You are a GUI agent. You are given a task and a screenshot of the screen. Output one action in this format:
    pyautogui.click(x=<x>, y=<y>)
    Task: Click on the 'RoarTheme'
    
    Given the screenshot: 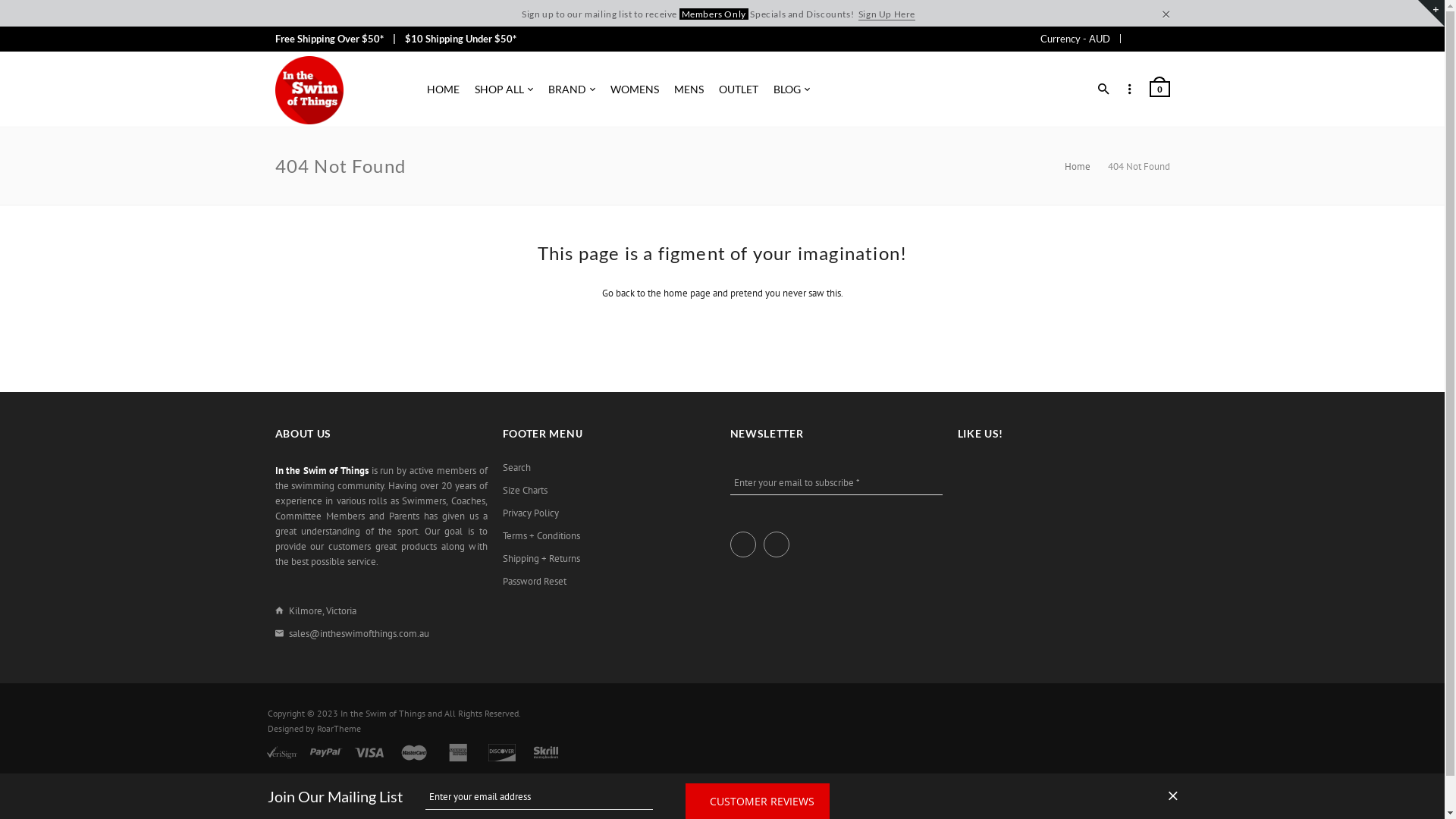 What is the action you would take?
    pyautogui.click(x=337, y=727)
    